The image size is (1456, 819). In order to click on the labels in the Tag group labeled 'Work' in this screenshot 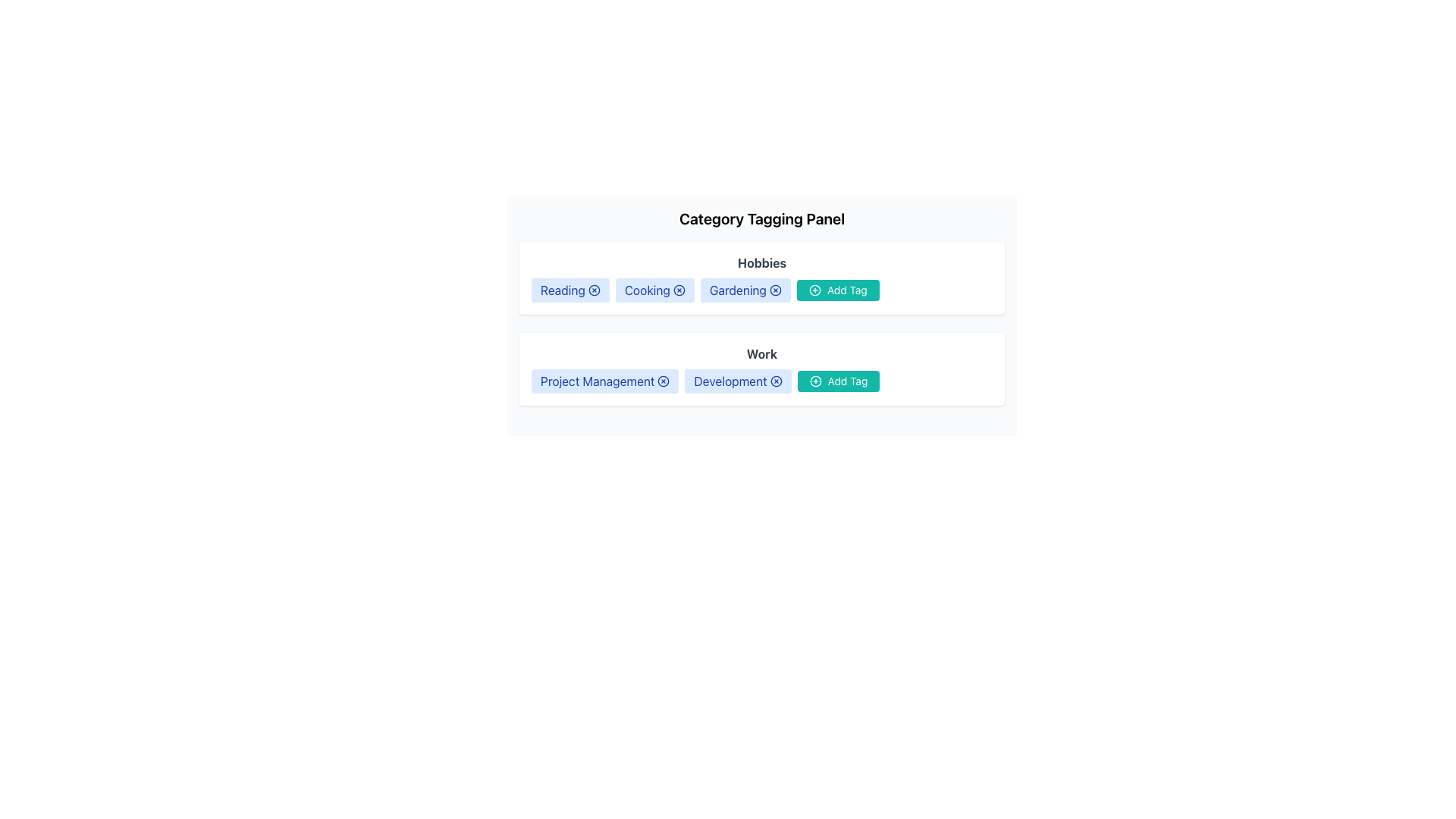, I will do `click(761, 380)`.